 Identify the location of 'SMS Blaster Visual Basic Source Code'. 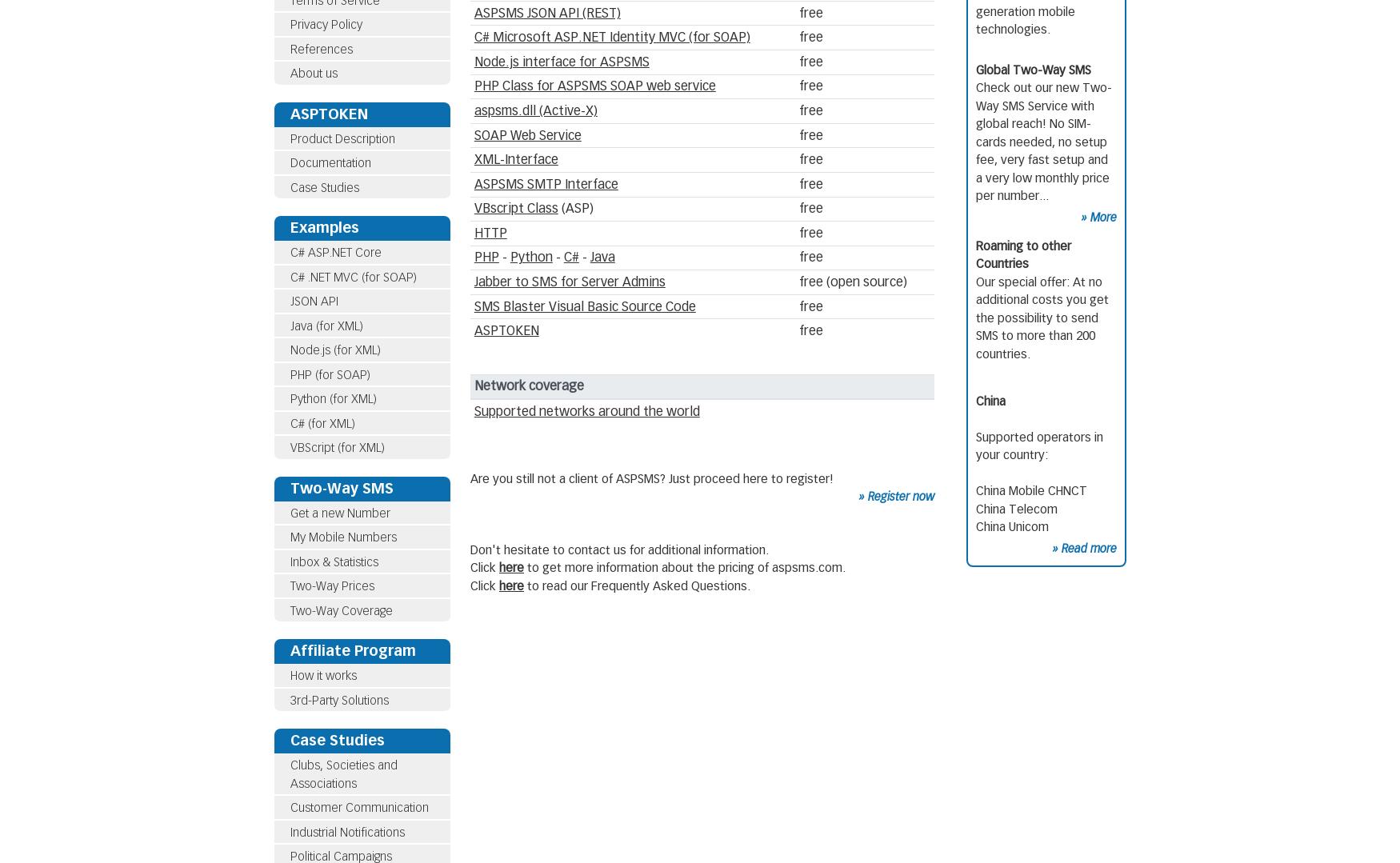
(584, 305).